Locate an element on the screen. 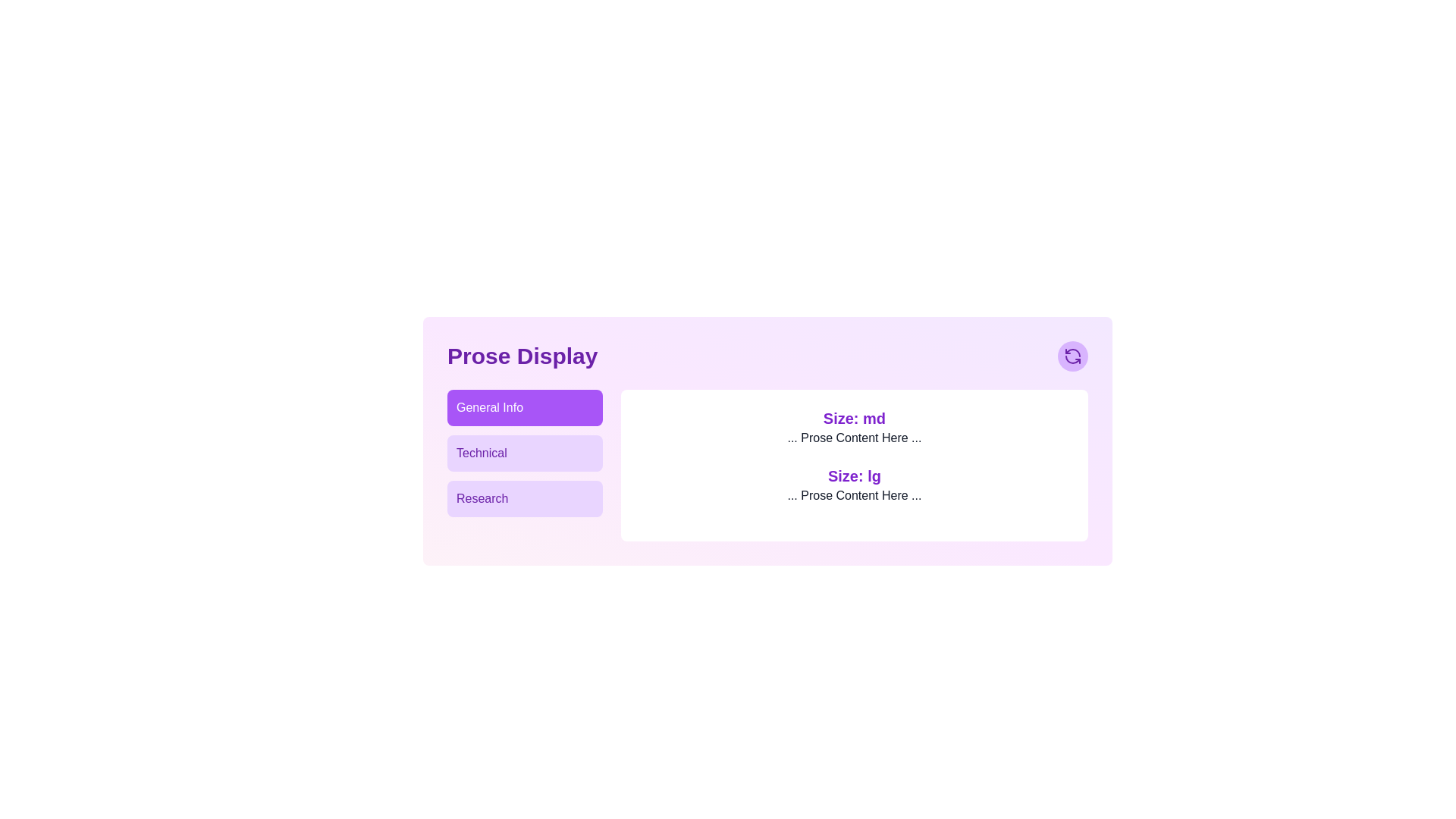  the 'Technical' button located in the sidebar, positioned between 'General Info' and 'Research', to make it active is located at coordinates (525, 452).